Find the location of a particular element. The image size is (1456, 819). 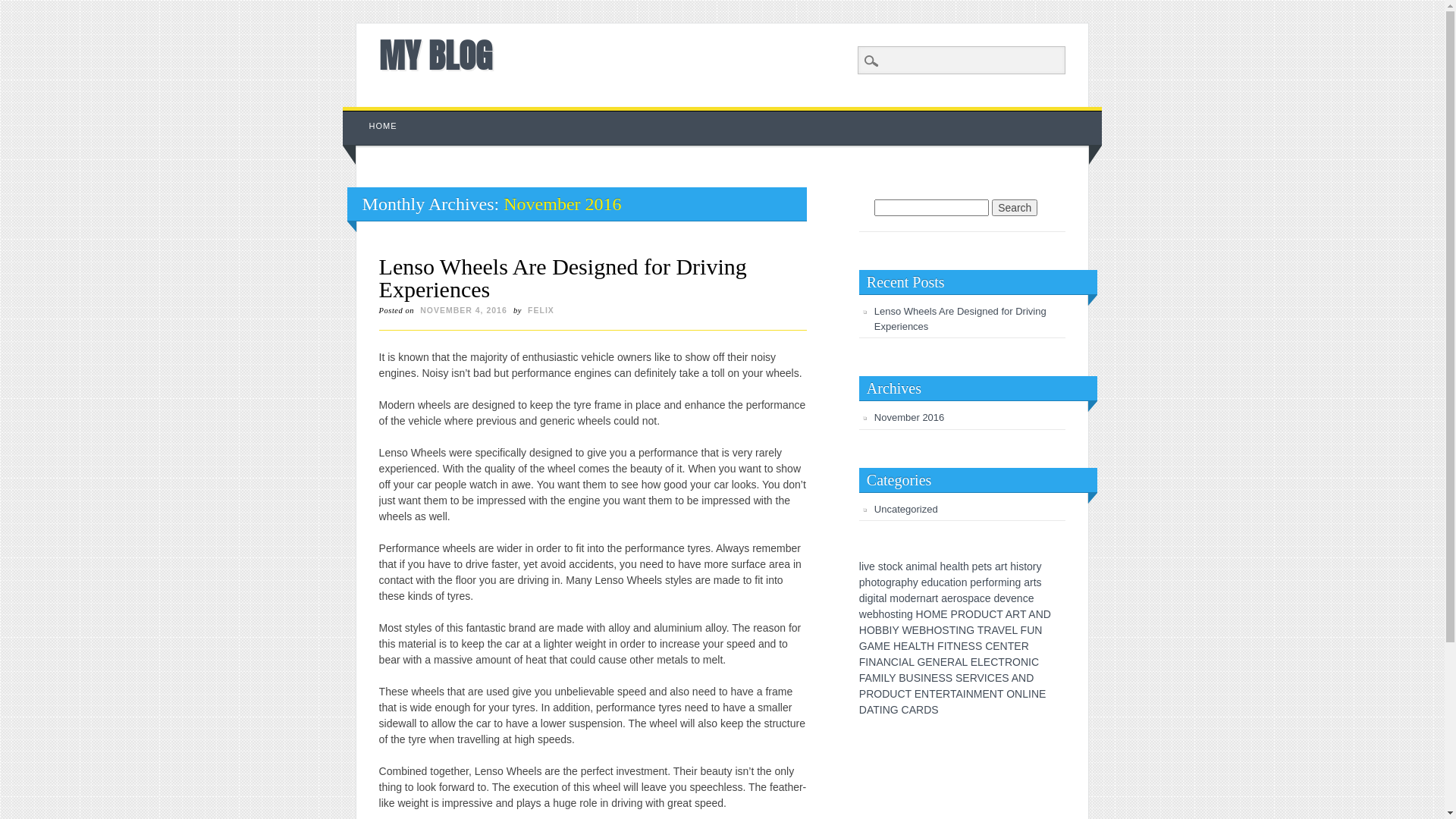

'B' is located at coordinates (878, 629).